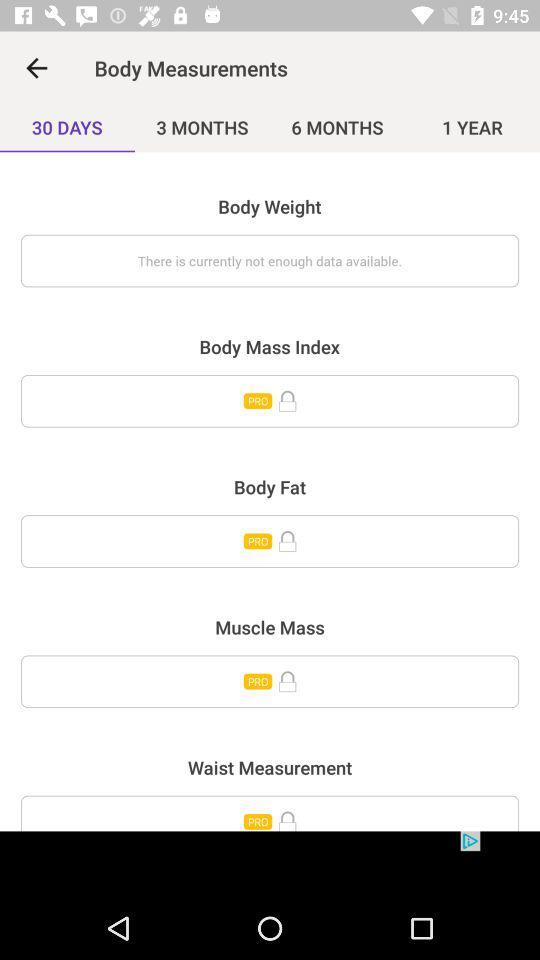 The image size is (540, 960). What do you see at coordinates (270, 681) in the screenshot?
I see `muscle mass information` at bounding box center [270, 681].